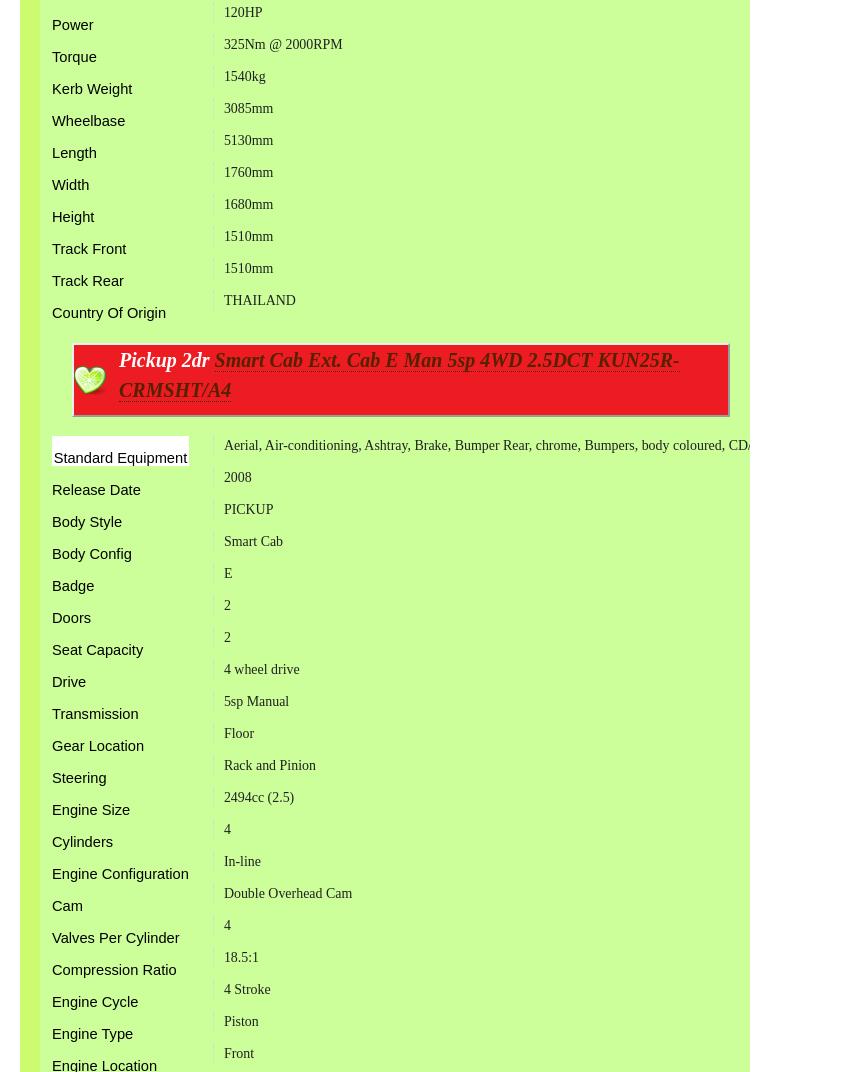 The height and width of the screenshot is (1072, 845). I want to click on '4 Stroke', so click(245, 987).